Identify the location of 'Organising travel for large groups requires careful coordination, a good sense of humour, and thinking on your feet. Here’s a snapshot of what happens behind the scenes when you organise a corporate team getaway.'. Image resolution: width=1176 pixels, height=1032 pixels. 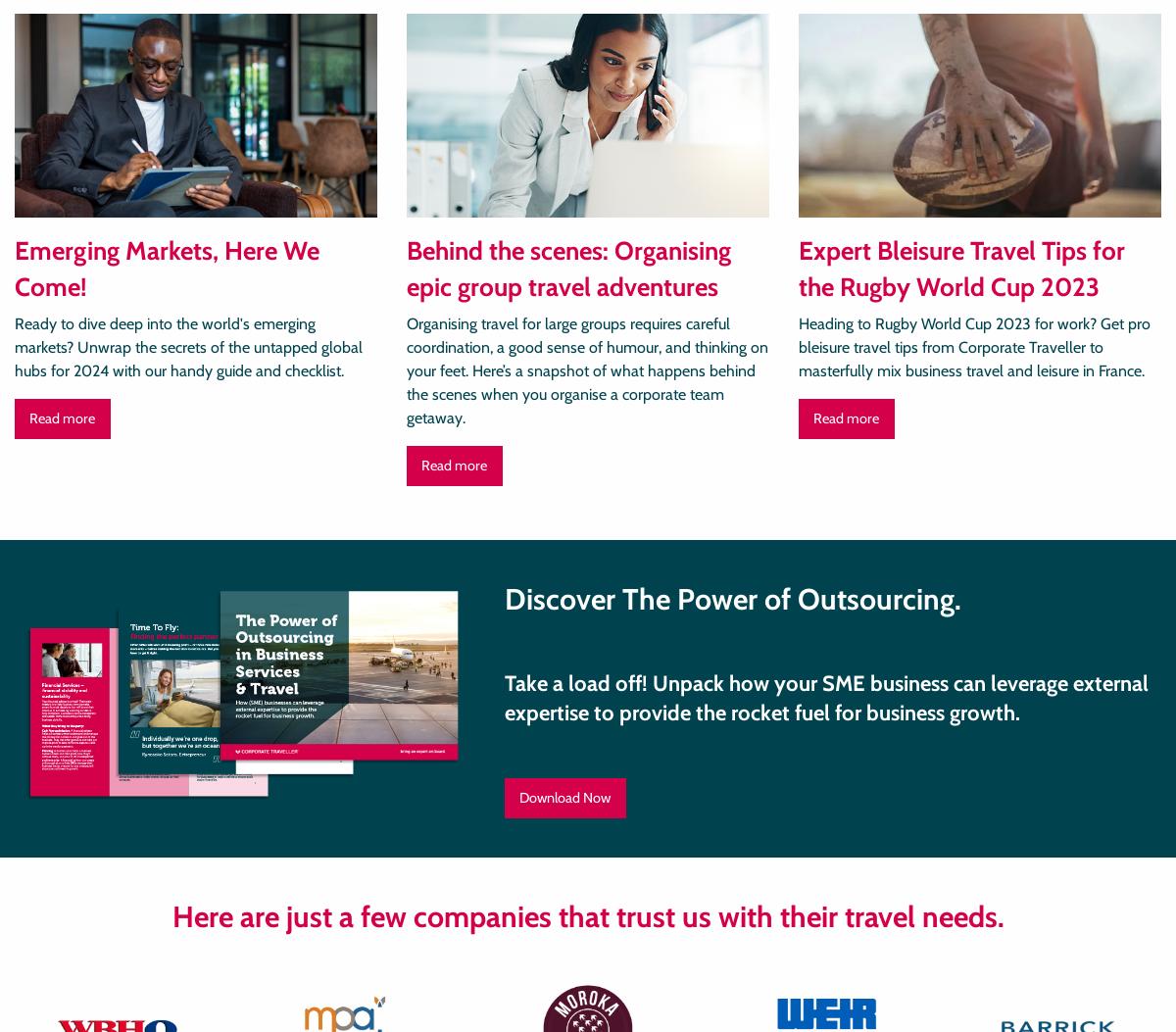
(585, 369).